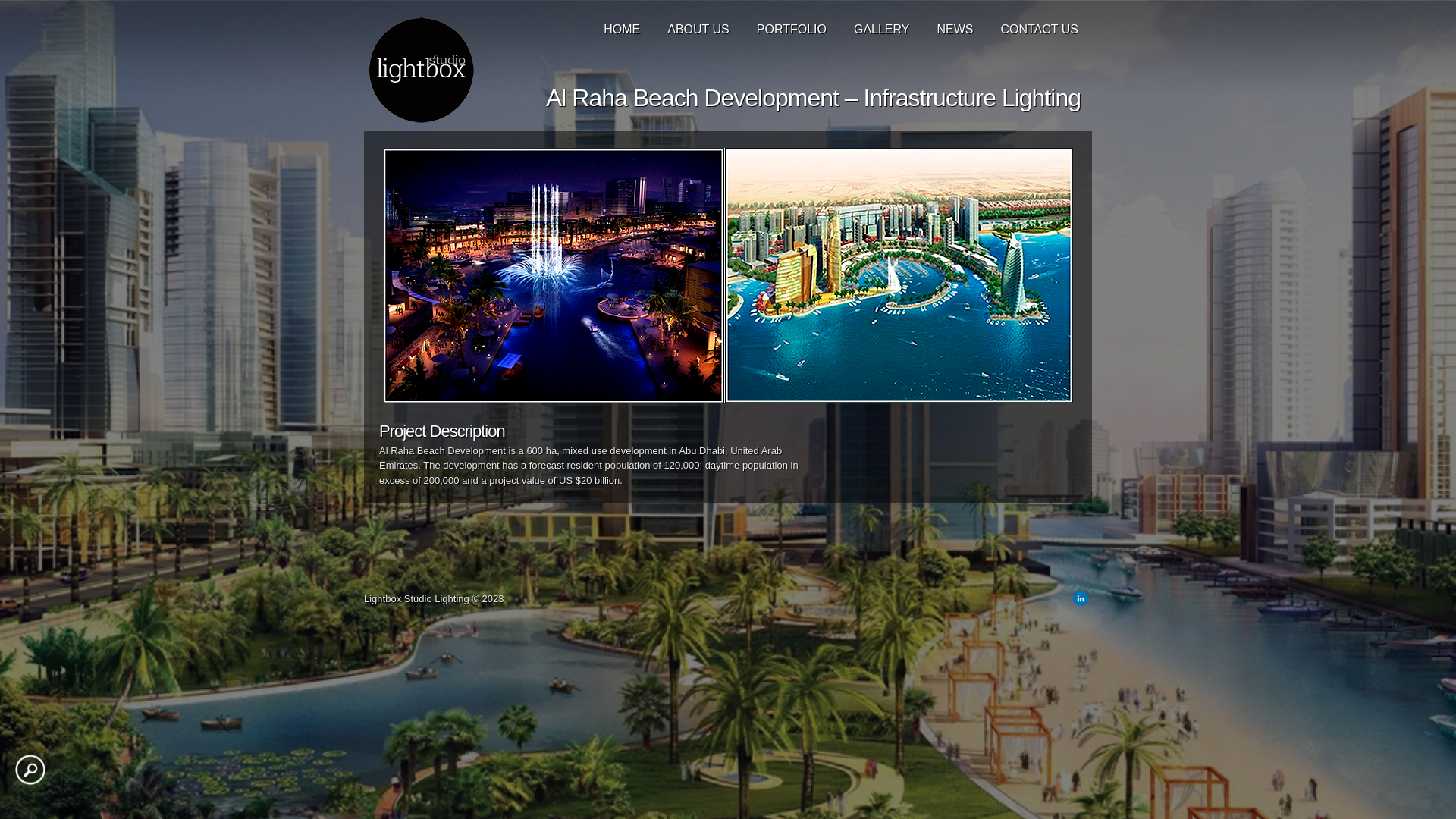 The width and height of the screenshot is (1456, 819). What do you see at coordinates (790, 25) in the screenshot?
I see `'PORTFOLIO'` at bounding box center [790, 25].